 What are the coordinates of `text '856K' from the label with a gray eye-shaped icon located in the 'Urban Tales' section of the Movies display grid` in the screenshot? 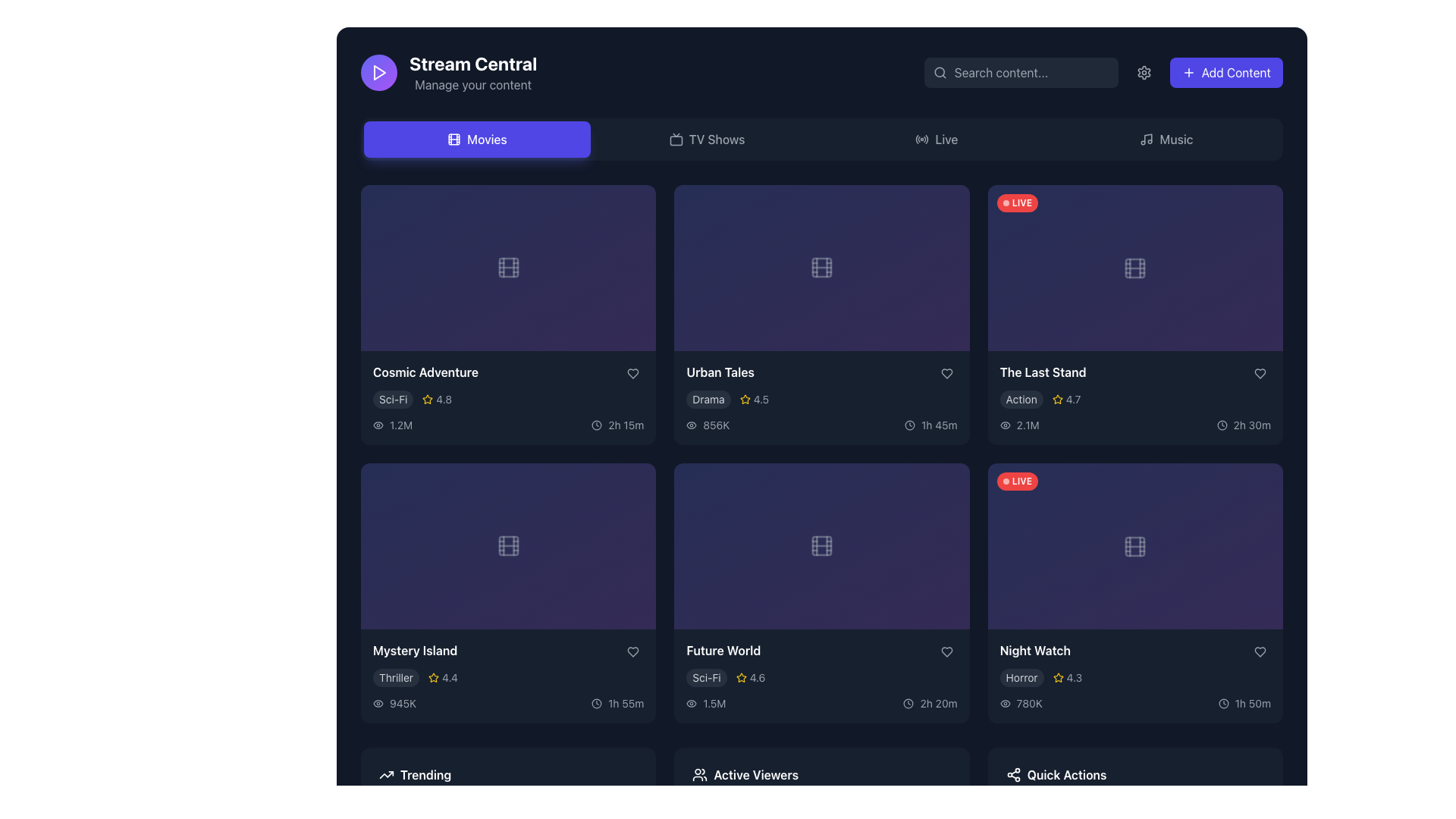 It's located at (707, 425).